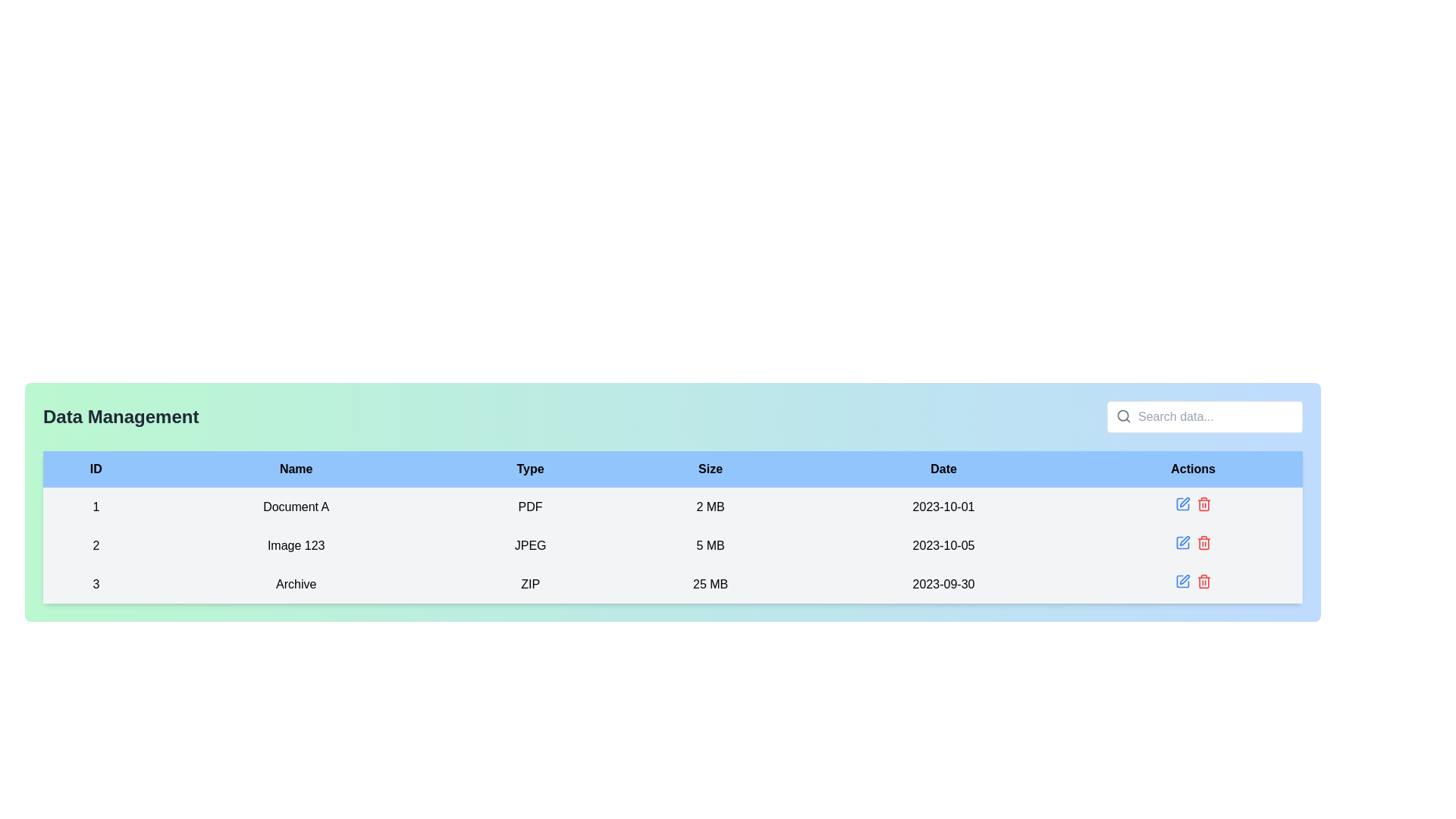  Describe the element at coordinates (672, 583) in the screenshot. I see `the third row of the table which contains the file details for 'Archive' (ZIP, 25 MB, 2023-09-30)` at that location.